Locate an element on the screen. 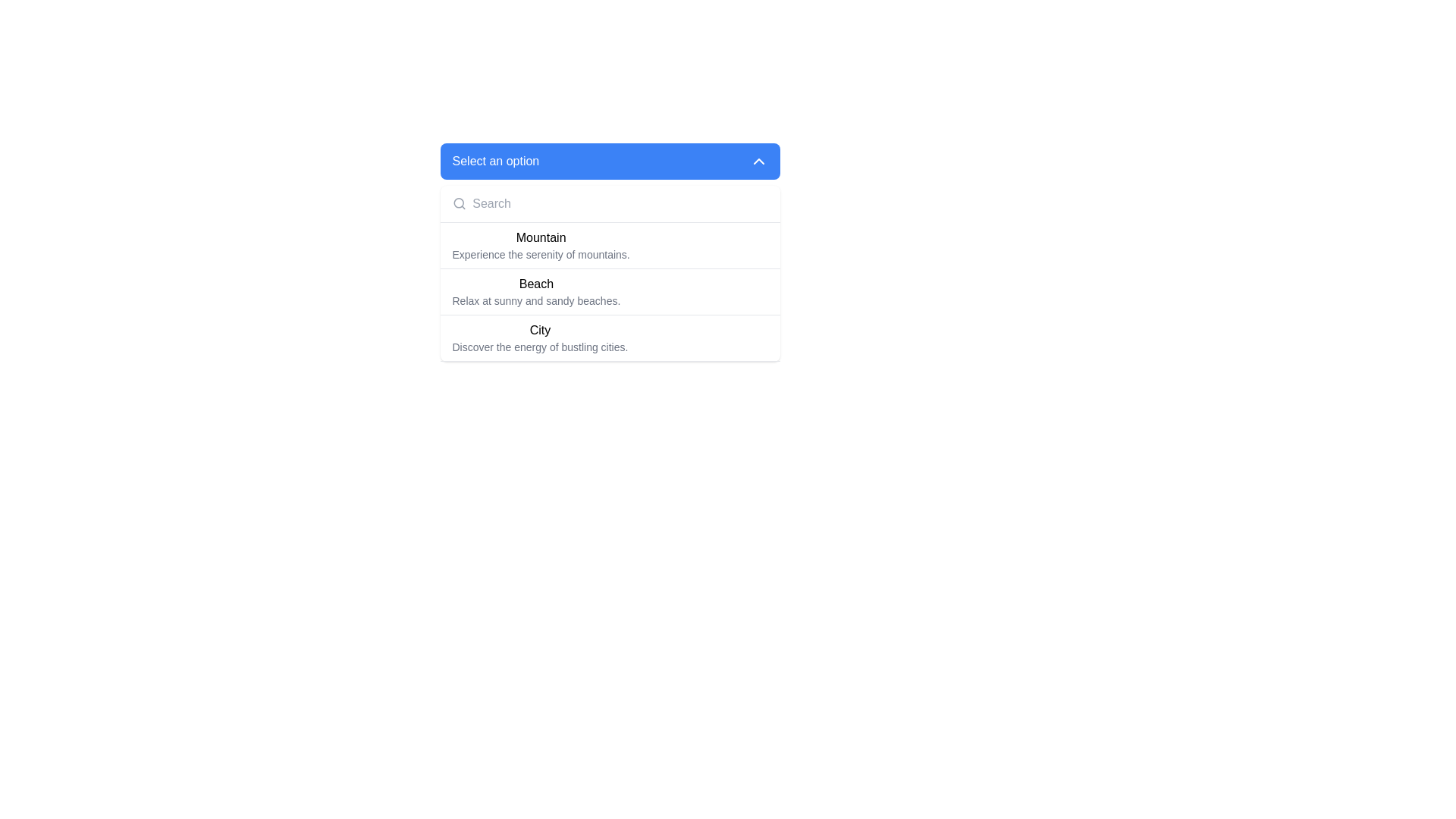 This screenshot has height=819, width=1456. the 'Beach' option in the selectable list item located within the dropdown list, which is the second item beneath 'Mountain' and above 'City' is located at coordinates (610, 292).